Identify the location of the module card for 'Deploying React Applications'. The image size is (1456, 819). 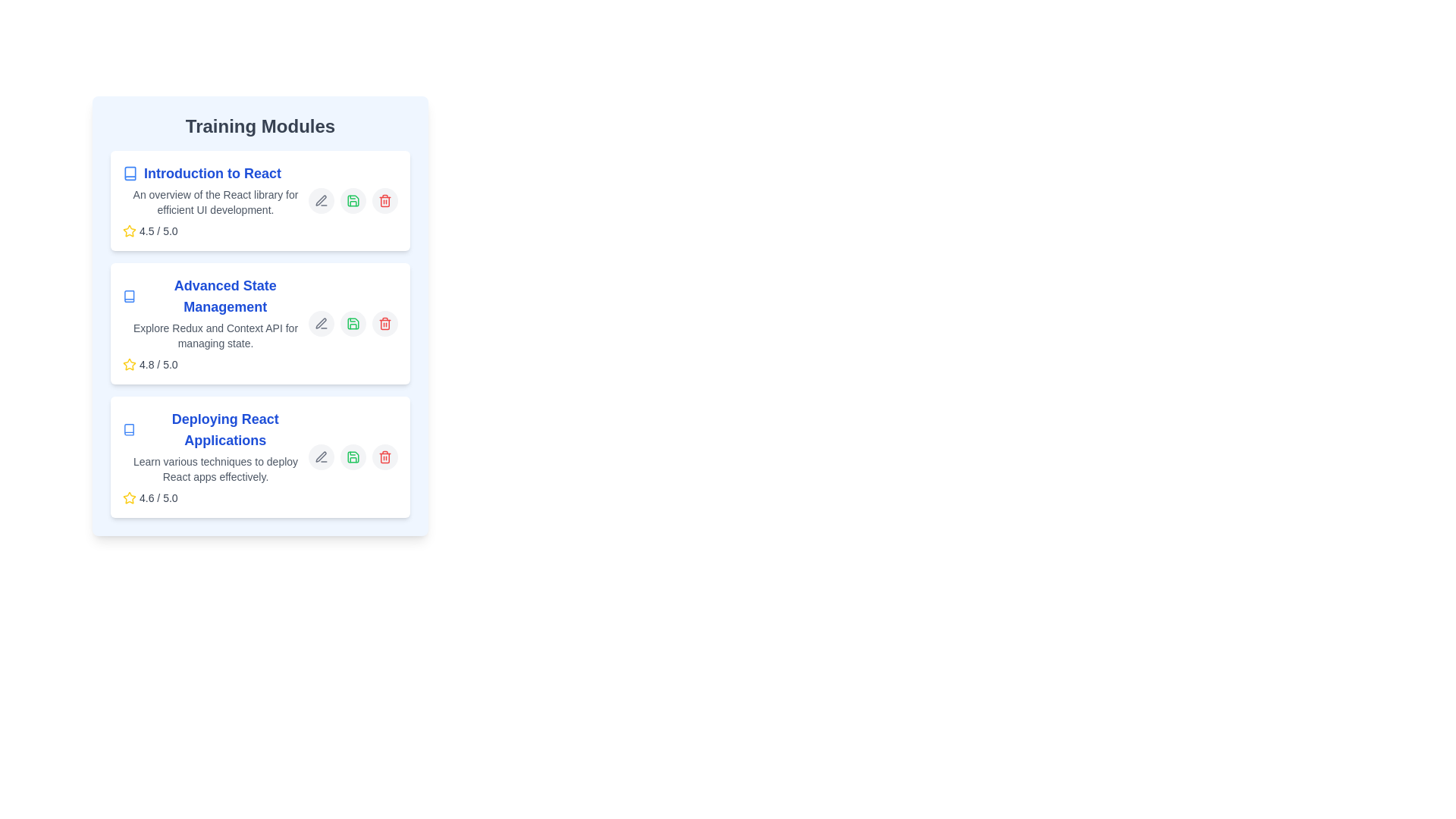
(215, 456).